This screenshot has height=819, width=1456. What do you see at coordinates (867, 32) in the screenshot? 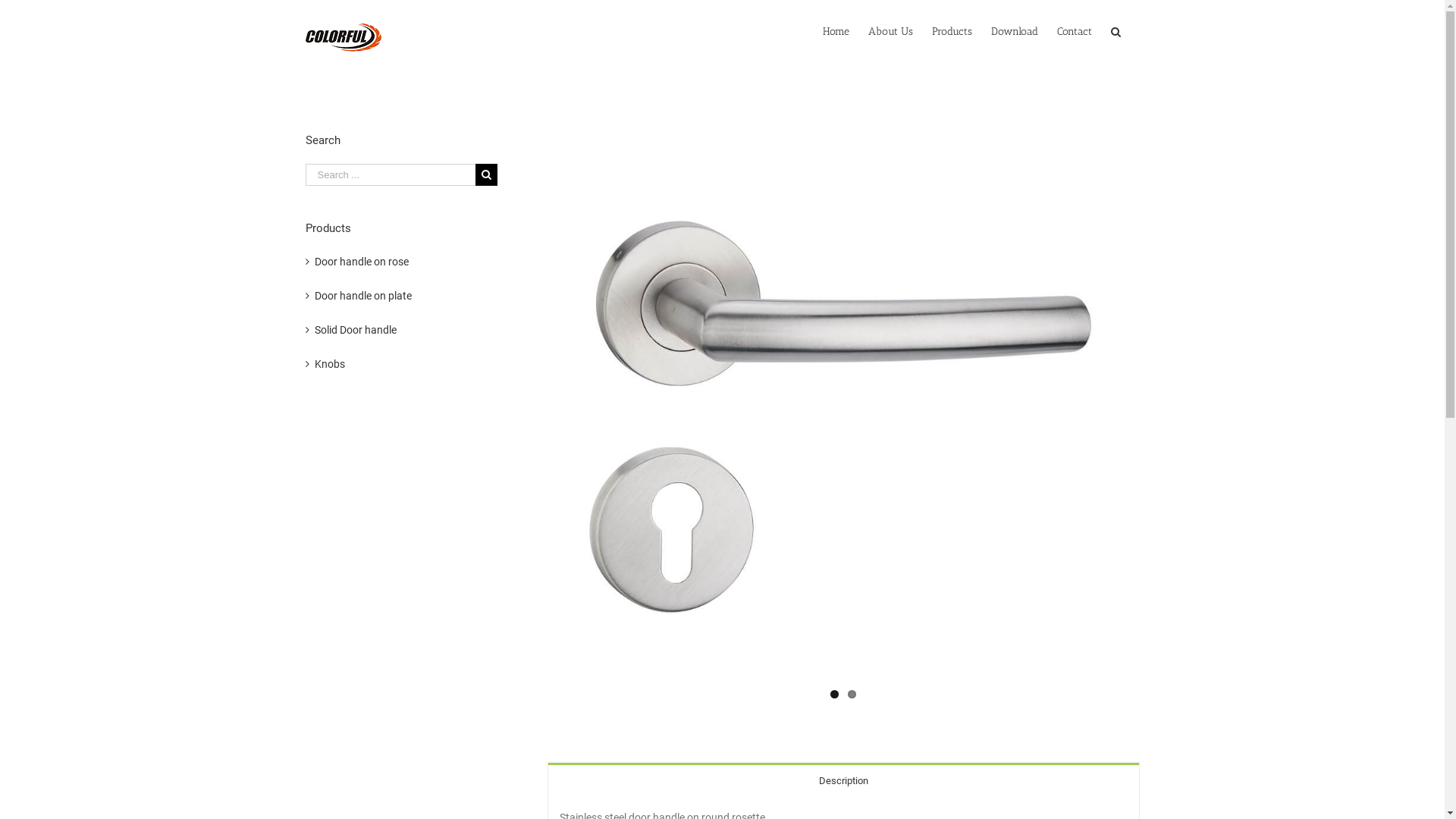
I see `'About Us'` at bounding box center [867, 32].